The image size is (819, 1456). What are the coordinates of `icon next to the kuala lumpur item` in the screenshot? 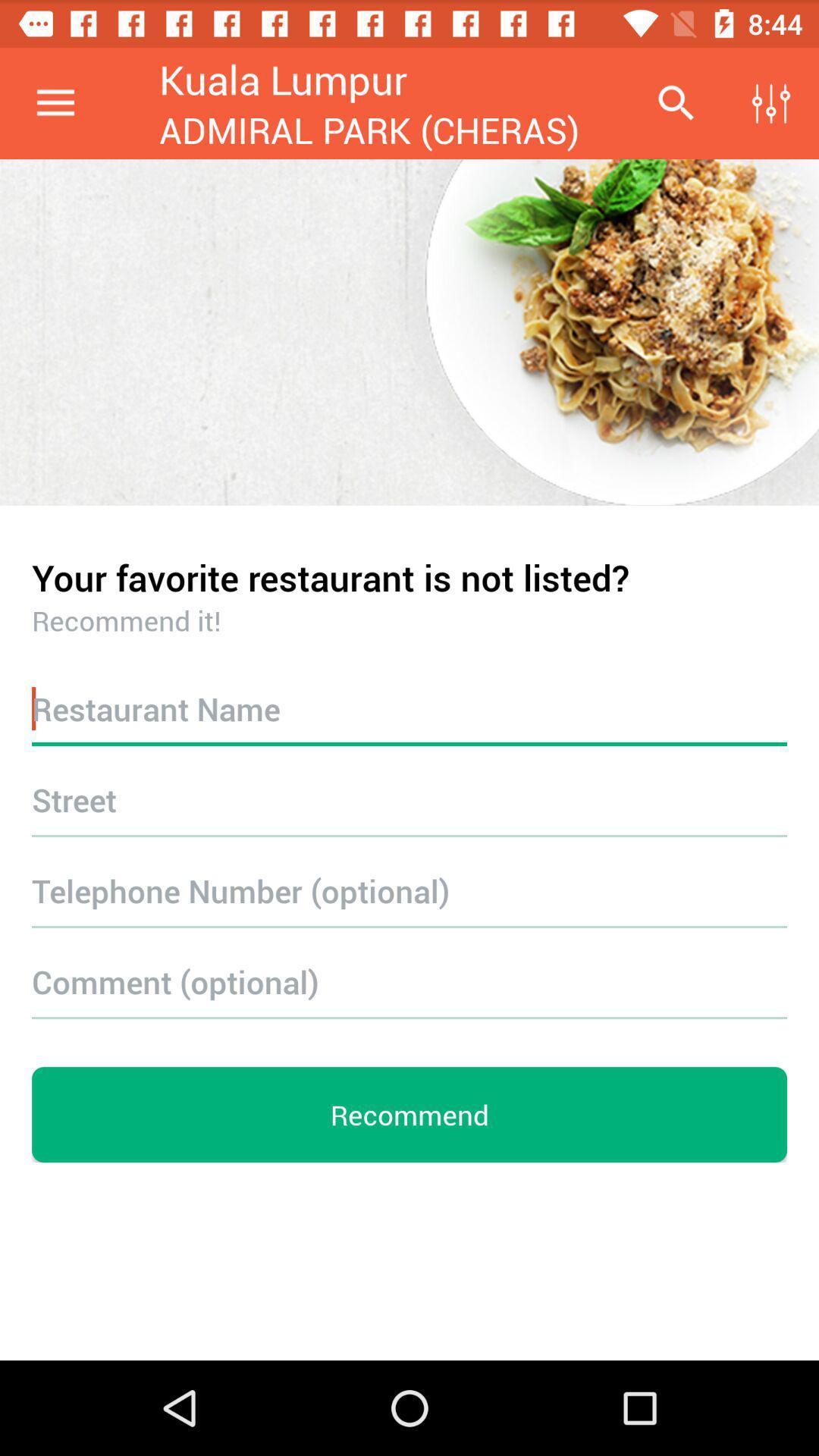 It's located at (55, 102).